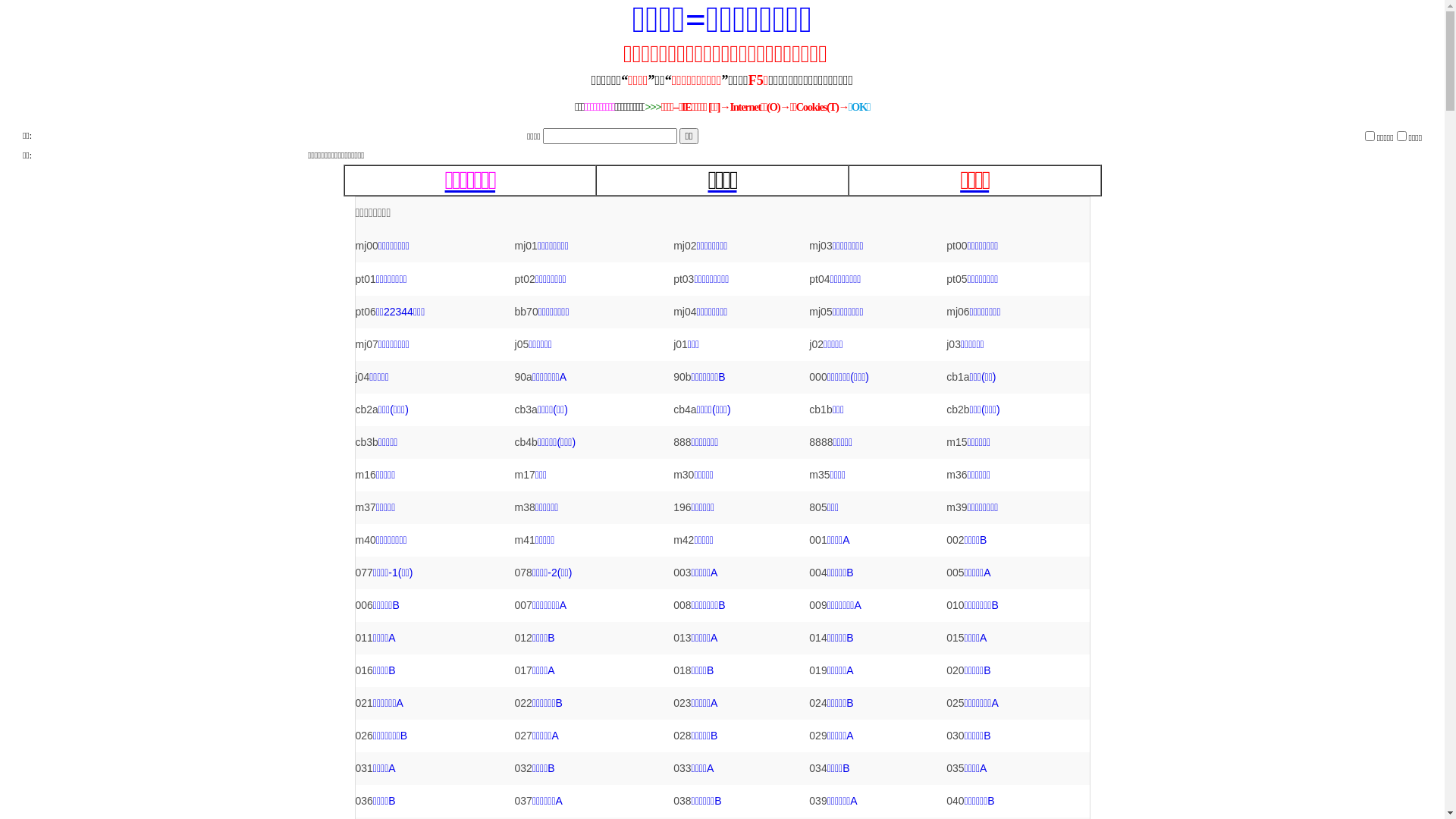 The height and width of the screenshot is (819, 1456). I want to click on 'cb1a', so click(946, 376).